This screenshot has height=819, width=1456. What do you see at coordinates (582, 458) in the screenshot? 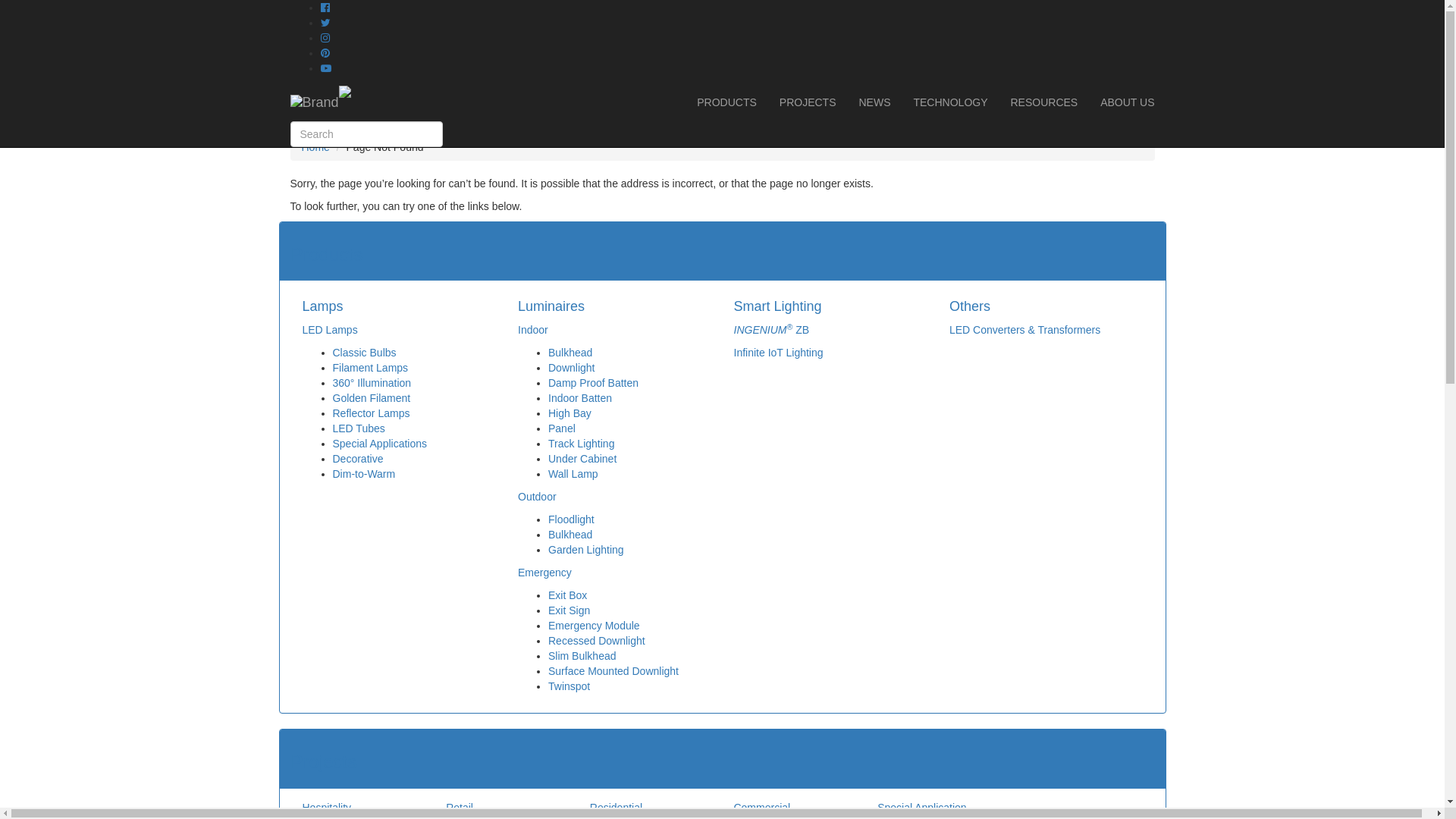
I see `'Under Cabinet'` at bounding box center [582, 458].